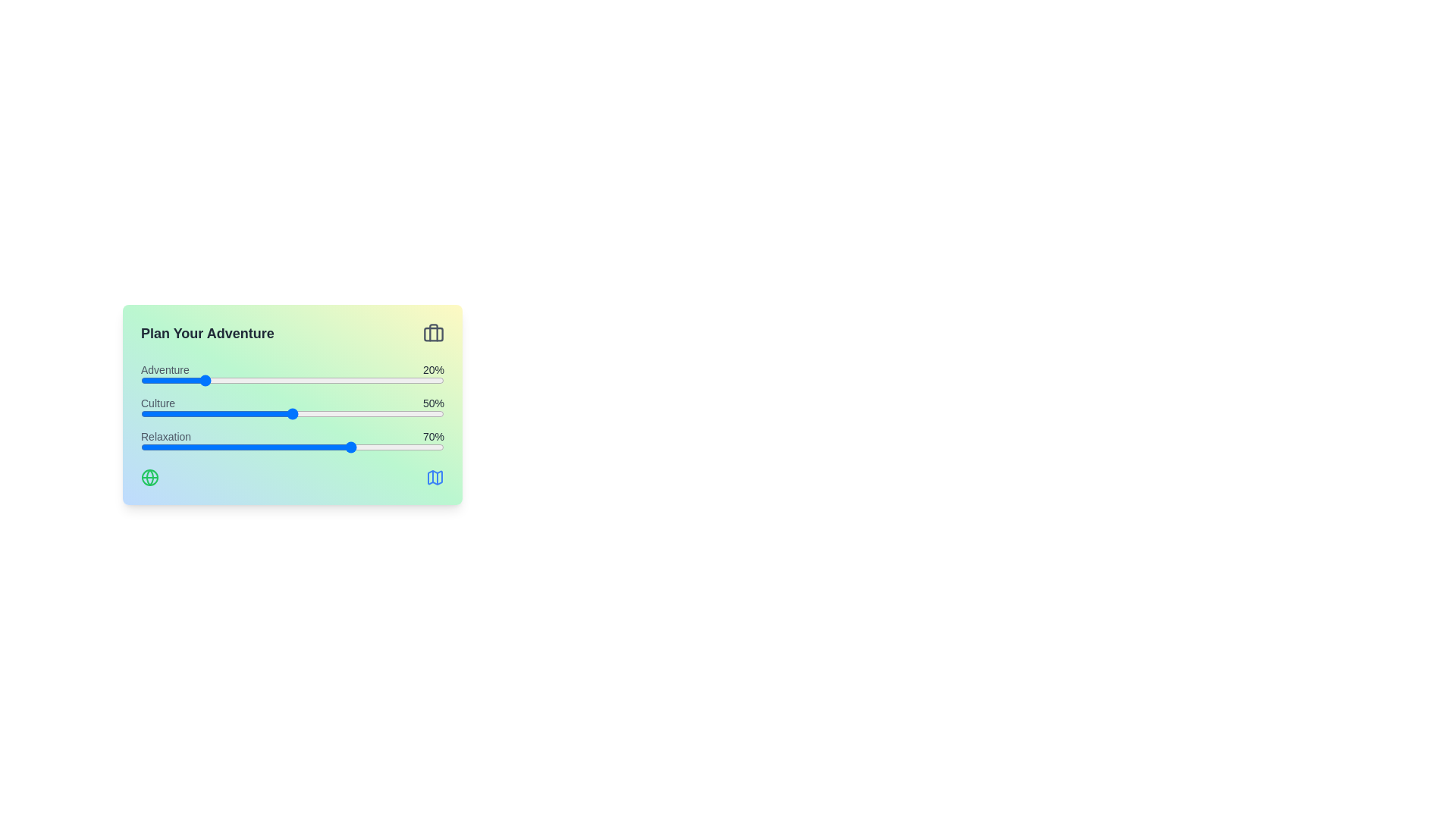  Describe the element at coordinates (234, 379) in the screenshot. I see `the 'Adventure' slider to 31%` at that location.